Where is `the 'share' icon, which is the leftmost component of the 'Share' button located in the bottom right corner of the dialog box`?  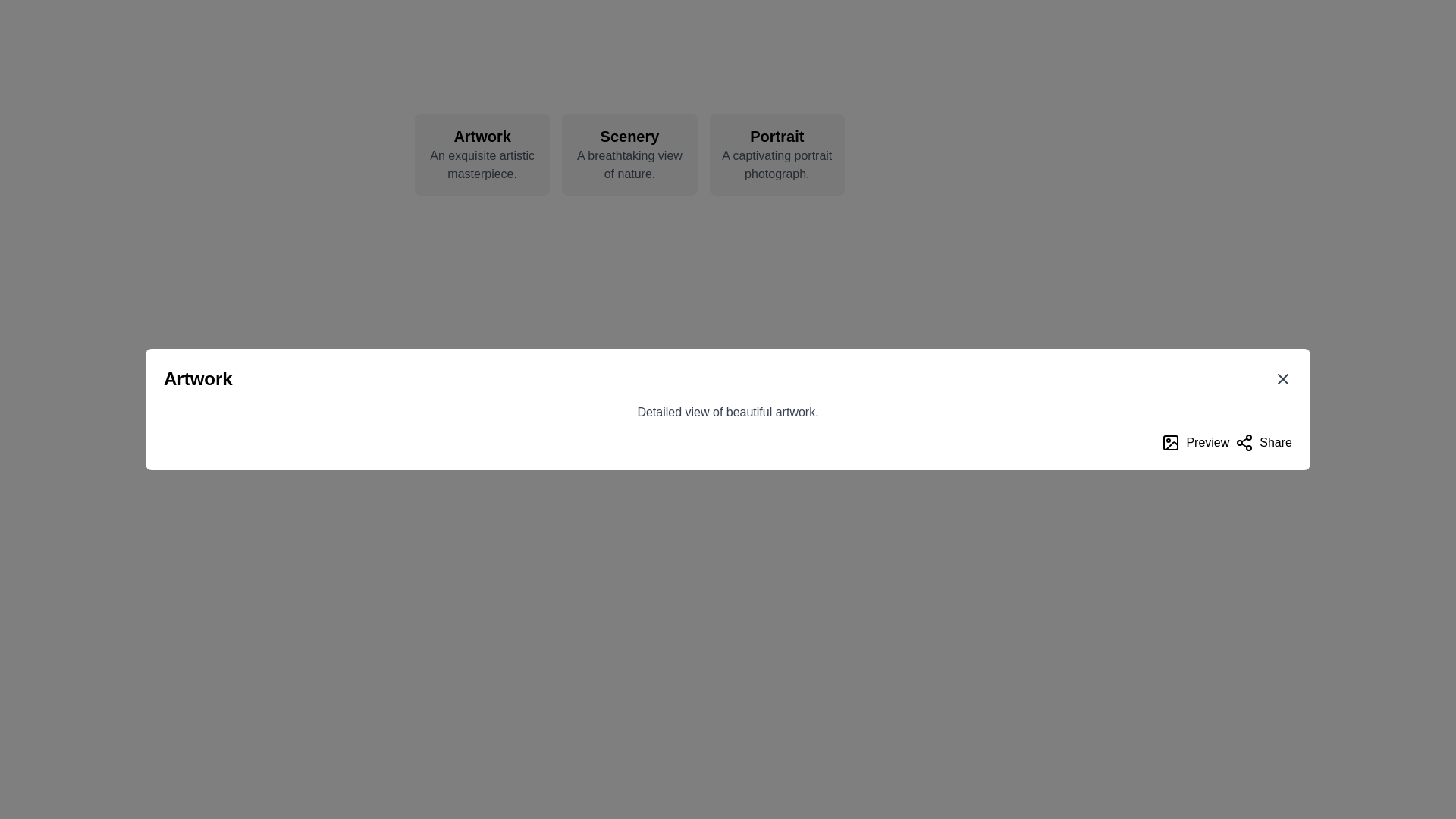
the 'share' icon, which is the leftmost component of the 'Share' button located in the bottom right corner of the dialog box is located at coordinates (1244, 442).